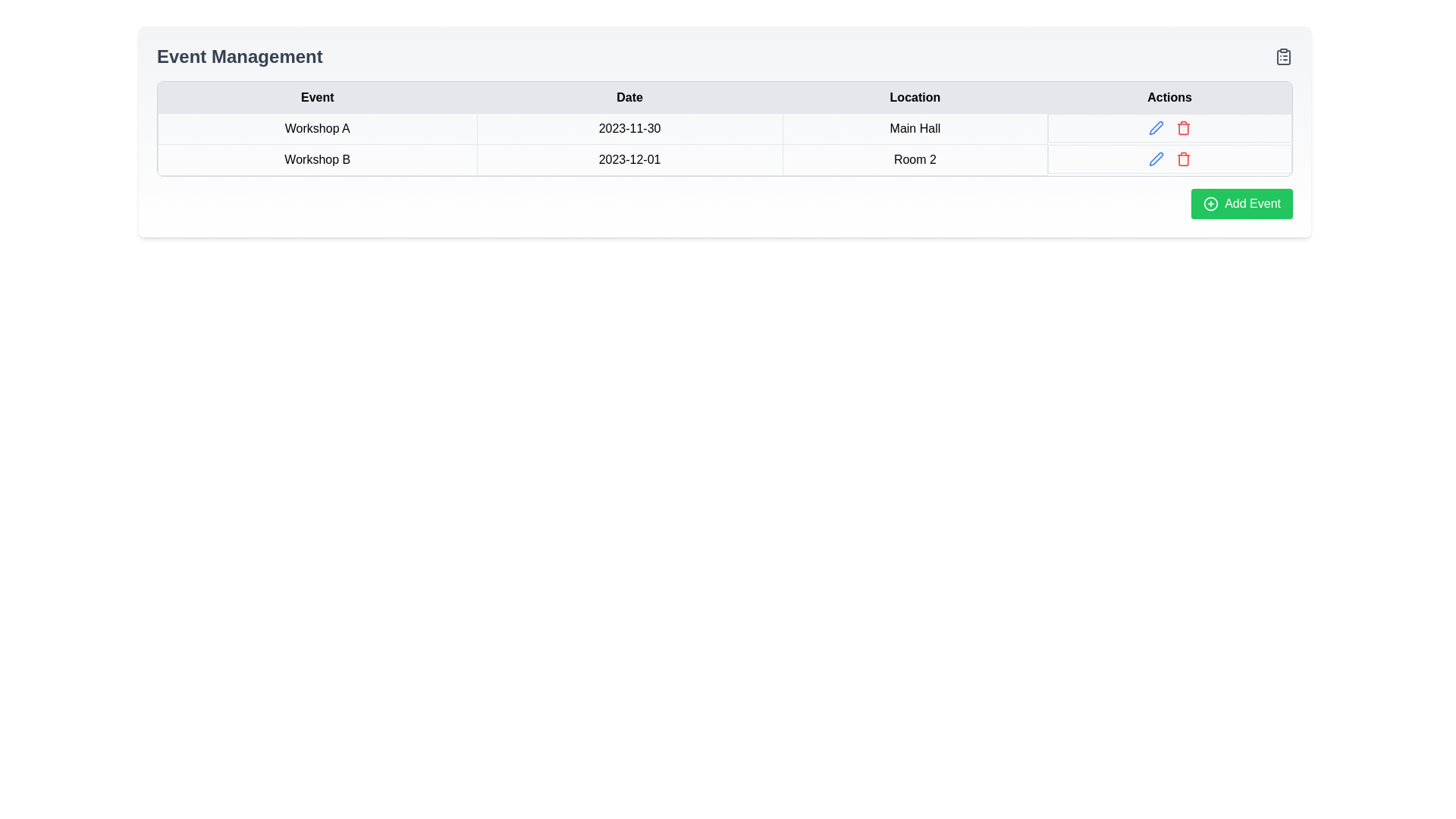  Describe the element at coordinates (316, 127) in the screenshot. I see `the text label displaying 'Workshop A' located in the first cell of the first row in the 'Event' column` at that location.